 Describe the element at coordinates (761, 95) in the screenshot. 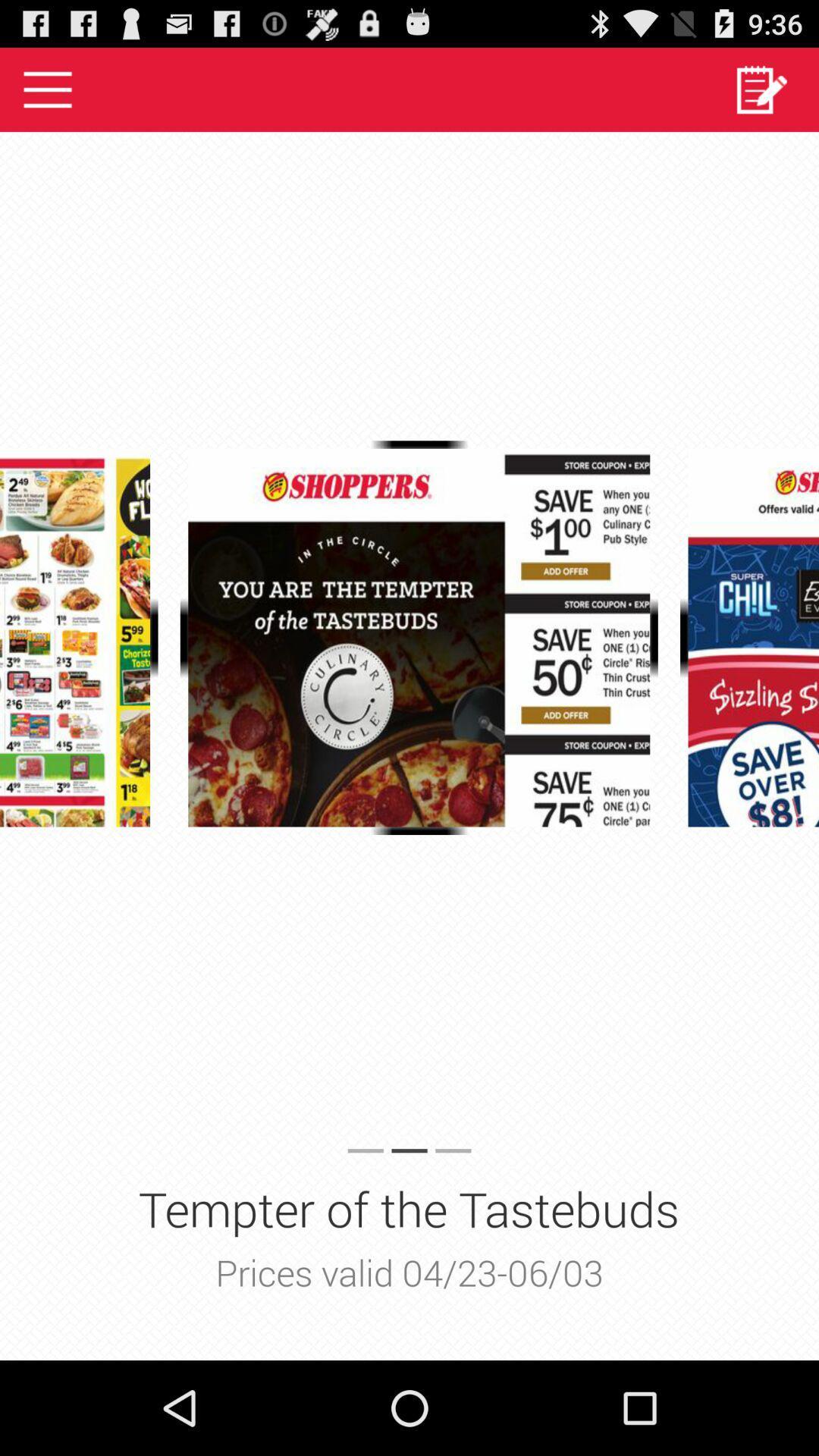

I see `the edit icon` at that location.